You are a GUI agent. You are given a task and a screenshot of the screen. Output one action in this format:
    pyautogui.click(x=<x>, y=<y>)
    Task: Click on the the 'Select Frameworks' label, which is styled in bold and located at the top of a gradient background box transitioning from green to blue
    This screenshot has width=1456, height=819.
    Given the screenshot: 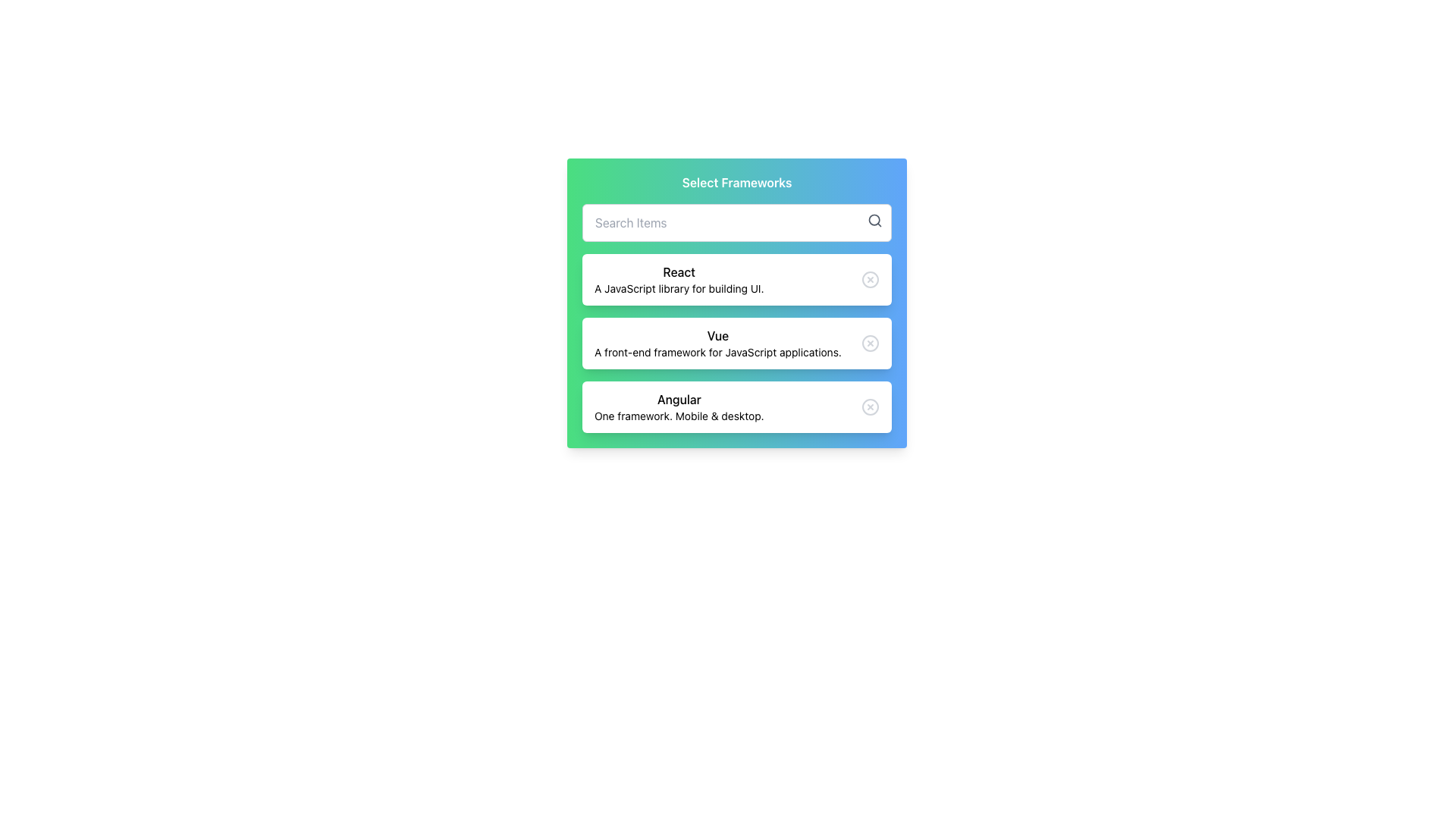 What is the action you would take?
    pyautogui.click(x=736, y=181)
    